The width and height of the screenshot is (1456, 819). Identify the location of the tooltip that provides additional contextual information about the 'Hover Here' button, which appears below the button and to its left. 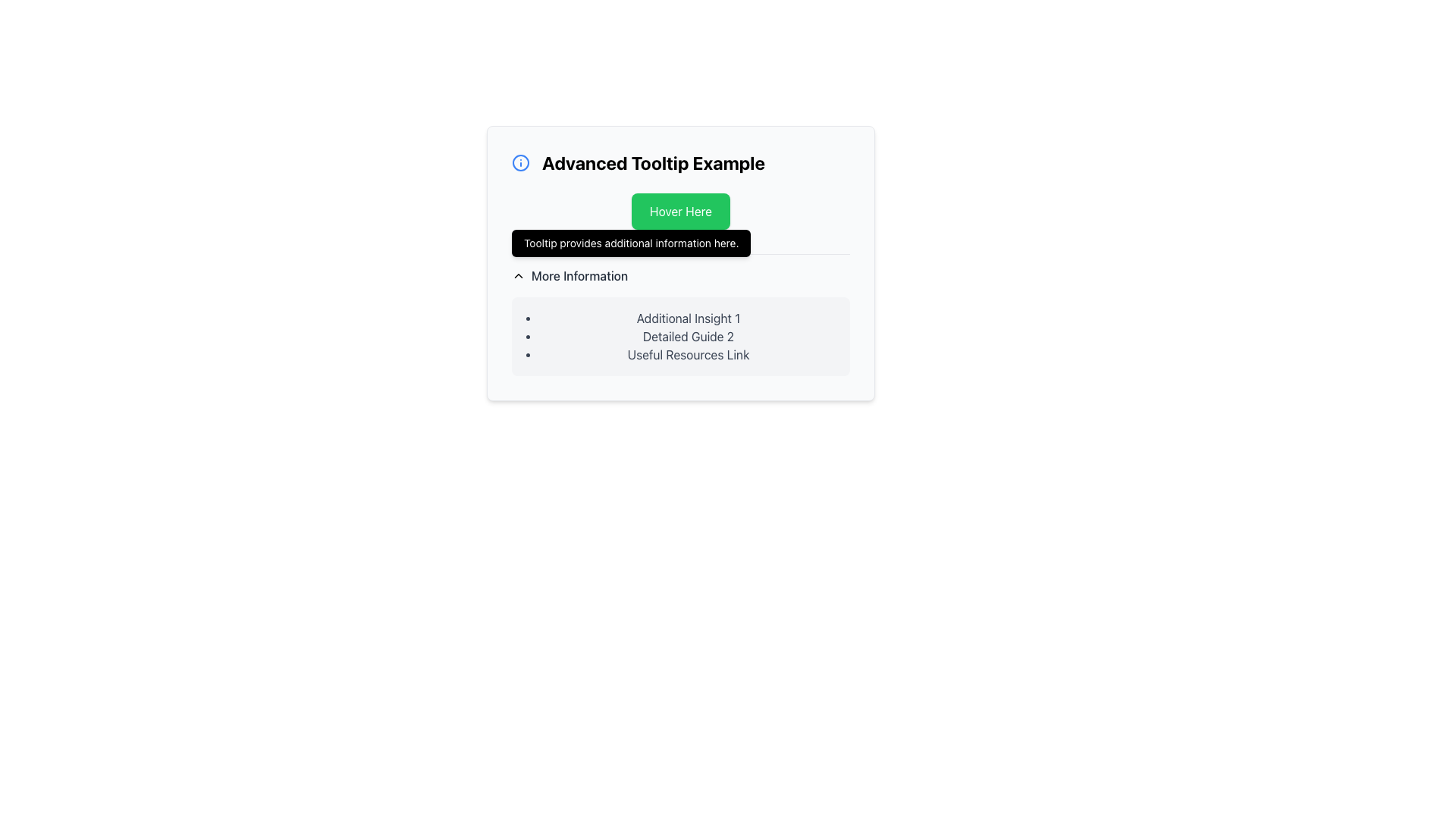
(631, 242).